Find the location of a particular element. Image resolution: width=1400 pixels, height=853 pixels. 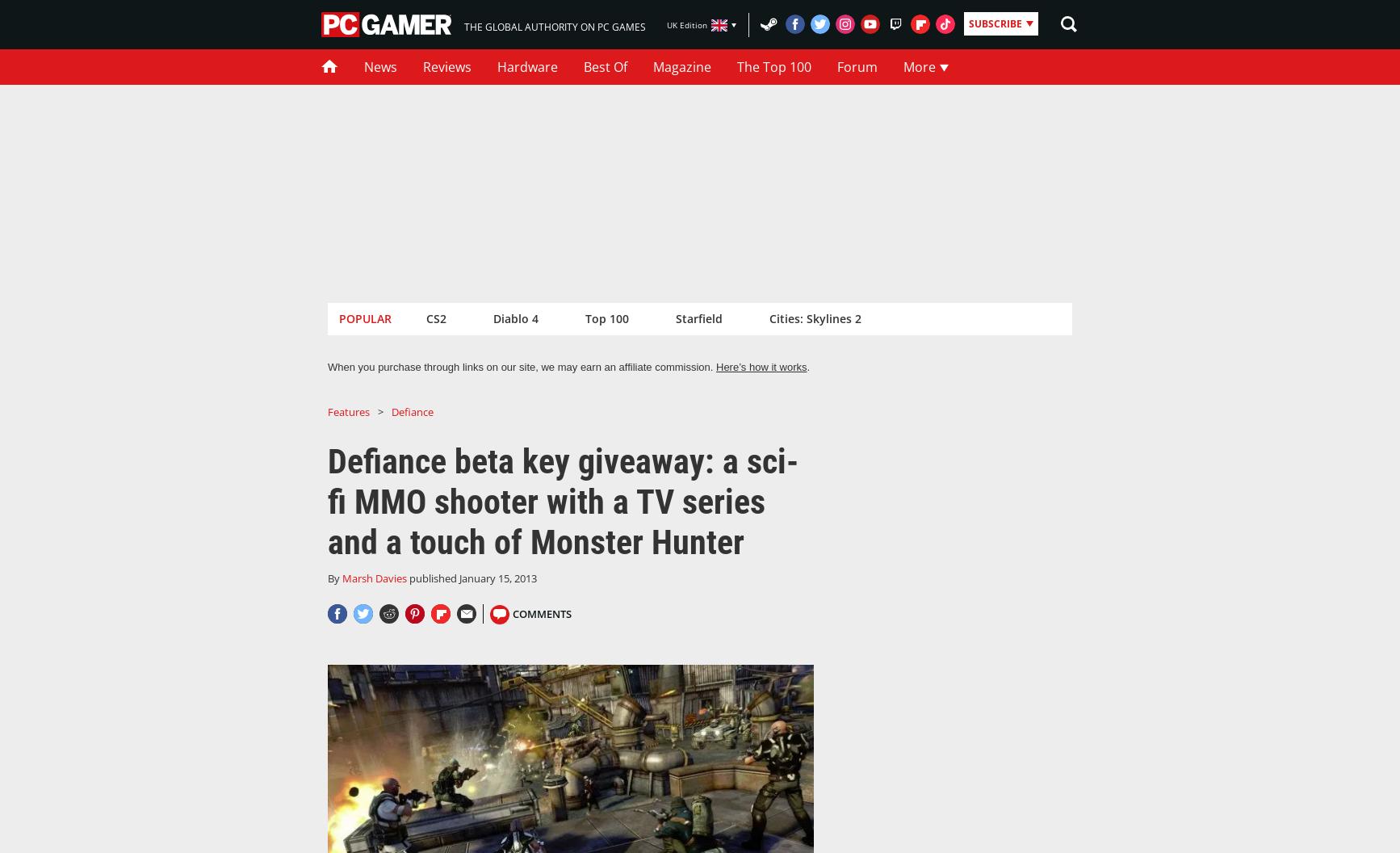

'By' is located at coordinates (334, 578).